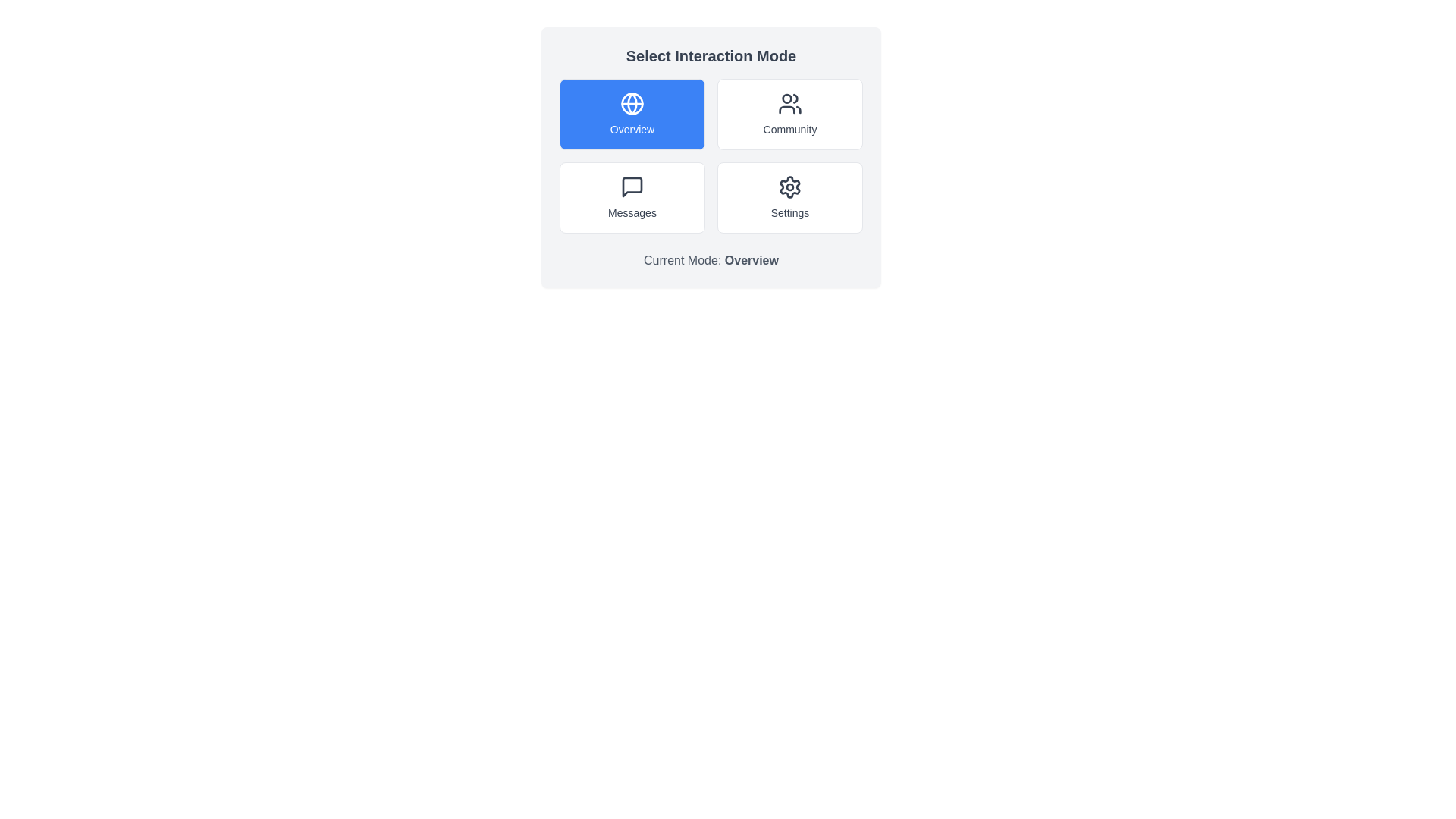 The height and width of the screenshot is (819, 1456). I want to click on the button corresponding to the interaction mode Community, so click(789, 113).